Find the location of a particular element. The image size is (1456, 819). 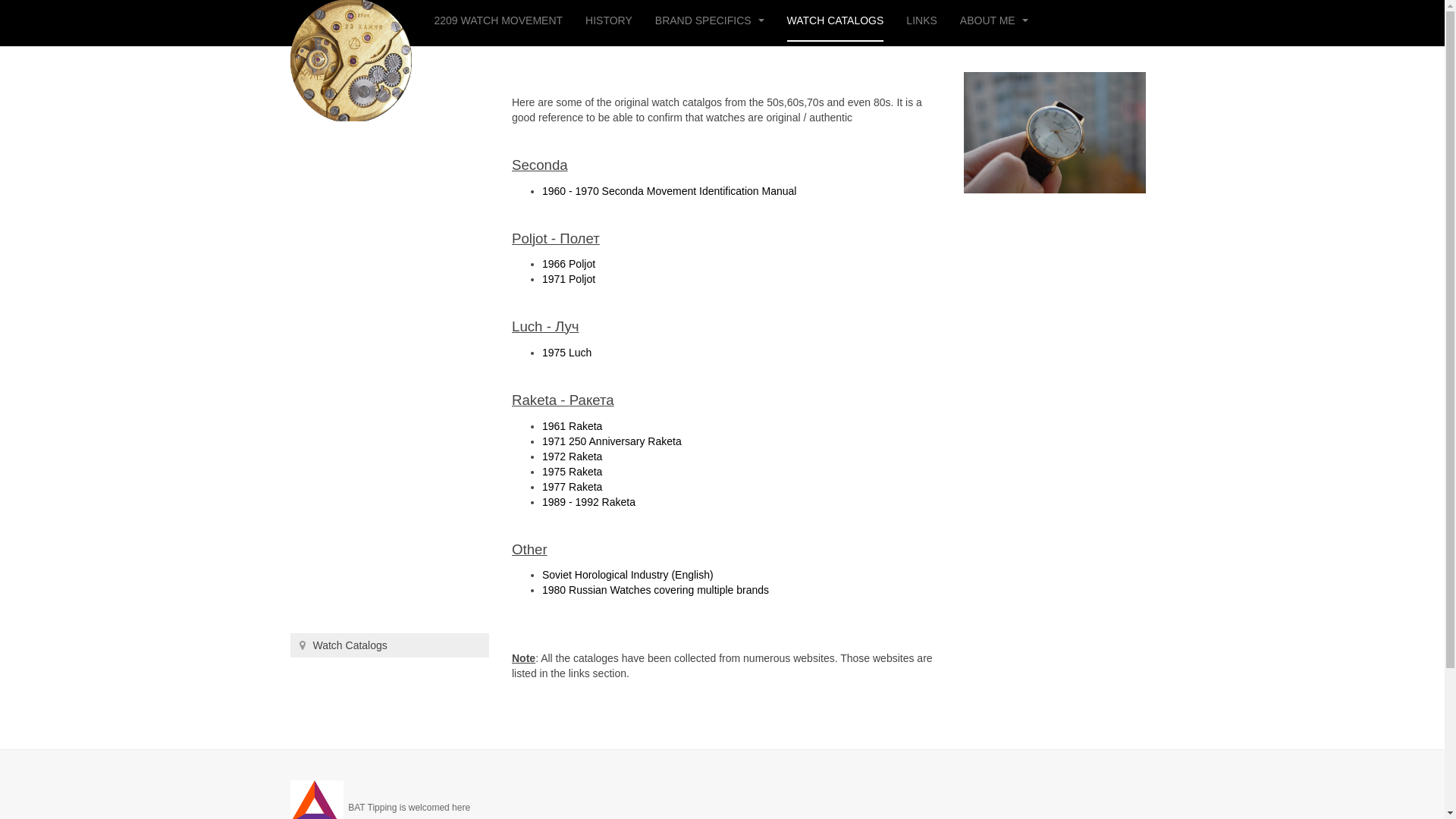

'LINKS' is located at coordinates (920, 20).